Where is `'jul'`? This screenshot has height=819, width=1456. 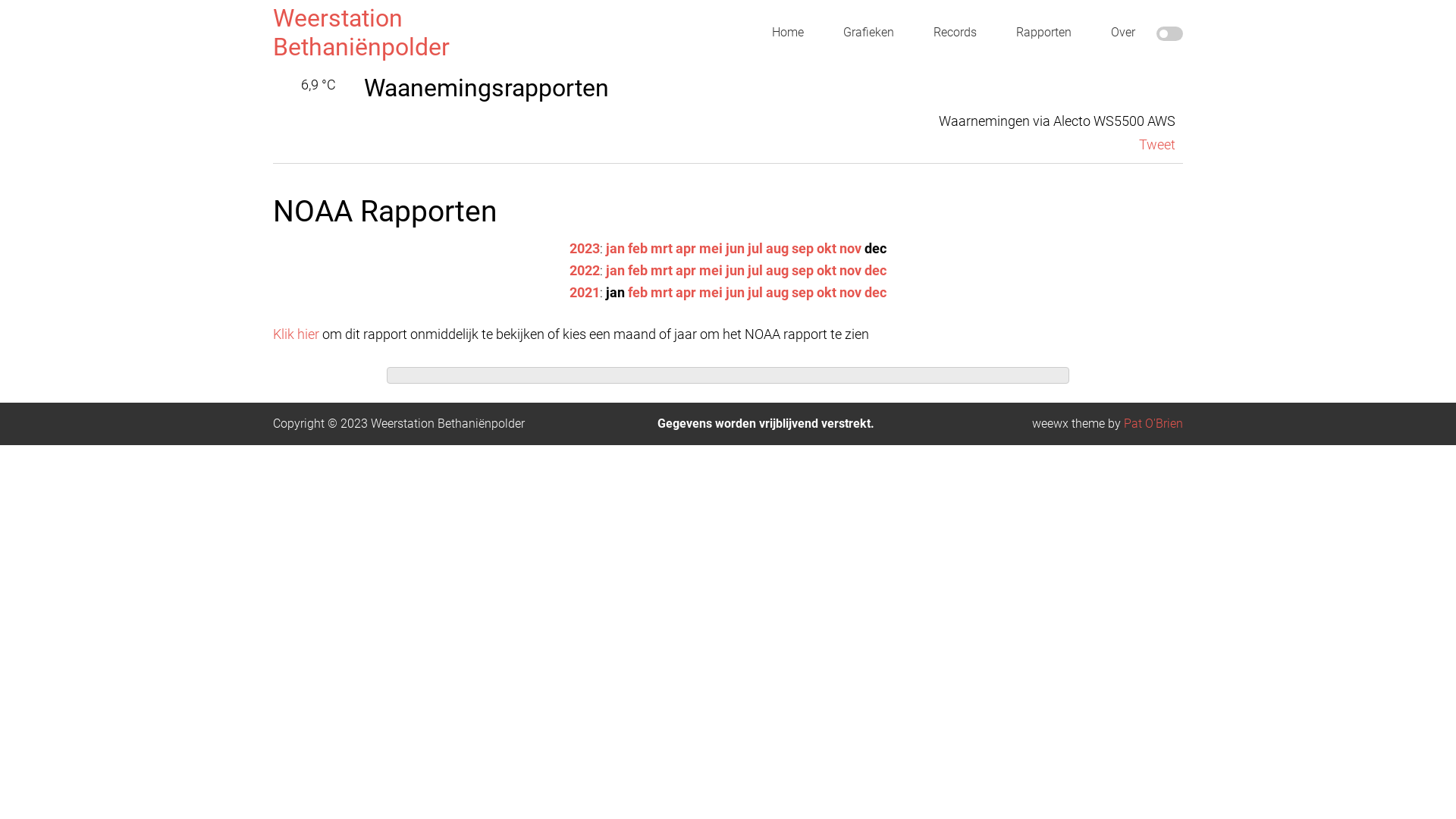 'jul' is located at coordinates (755, 292).